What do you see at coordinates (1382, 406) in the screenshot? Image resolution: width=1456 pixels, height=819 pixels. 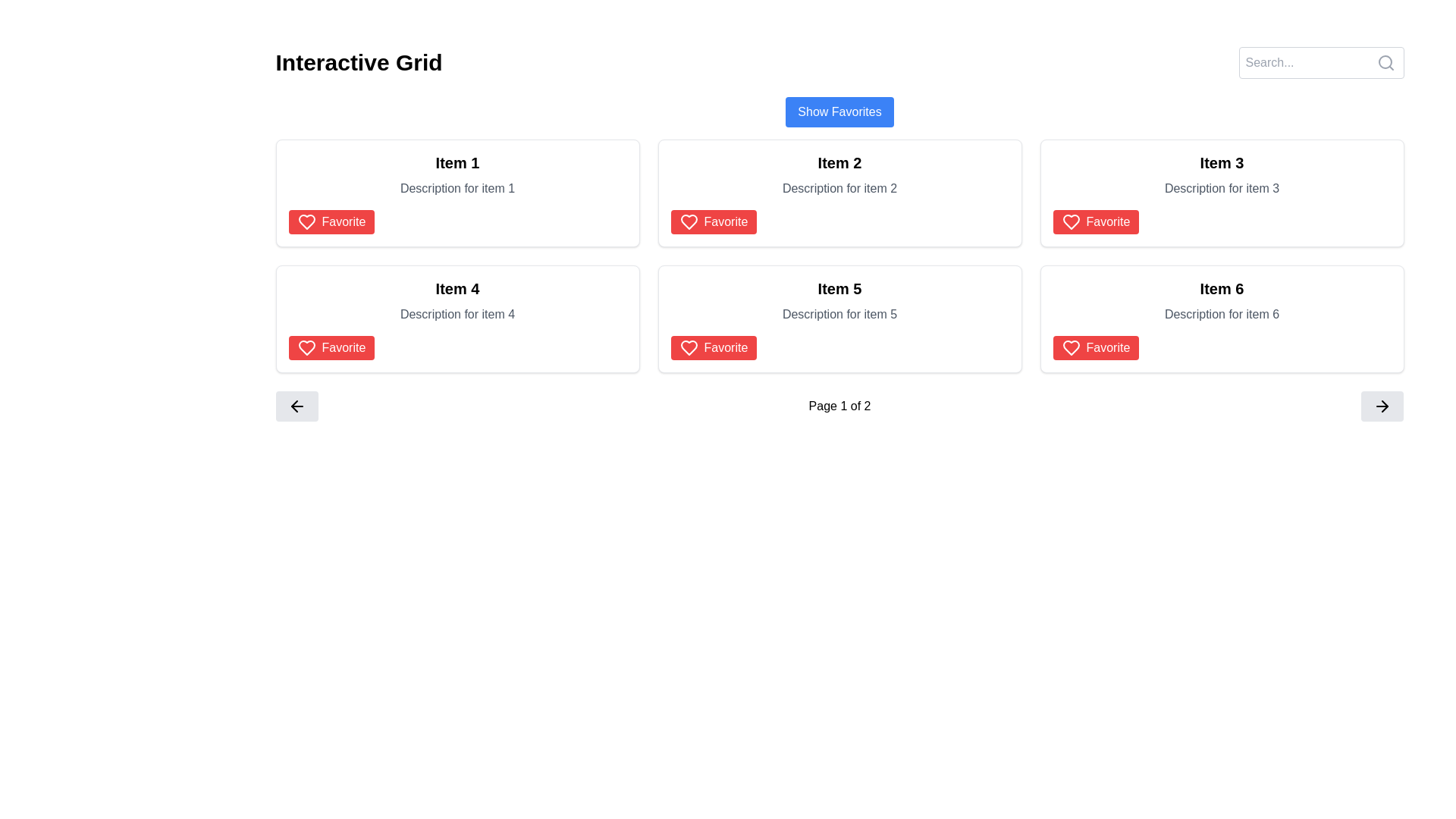 I see `the gray rectangular button with rounded corners and a right-pointing arrow icon` at bounding box center [1382, 406].